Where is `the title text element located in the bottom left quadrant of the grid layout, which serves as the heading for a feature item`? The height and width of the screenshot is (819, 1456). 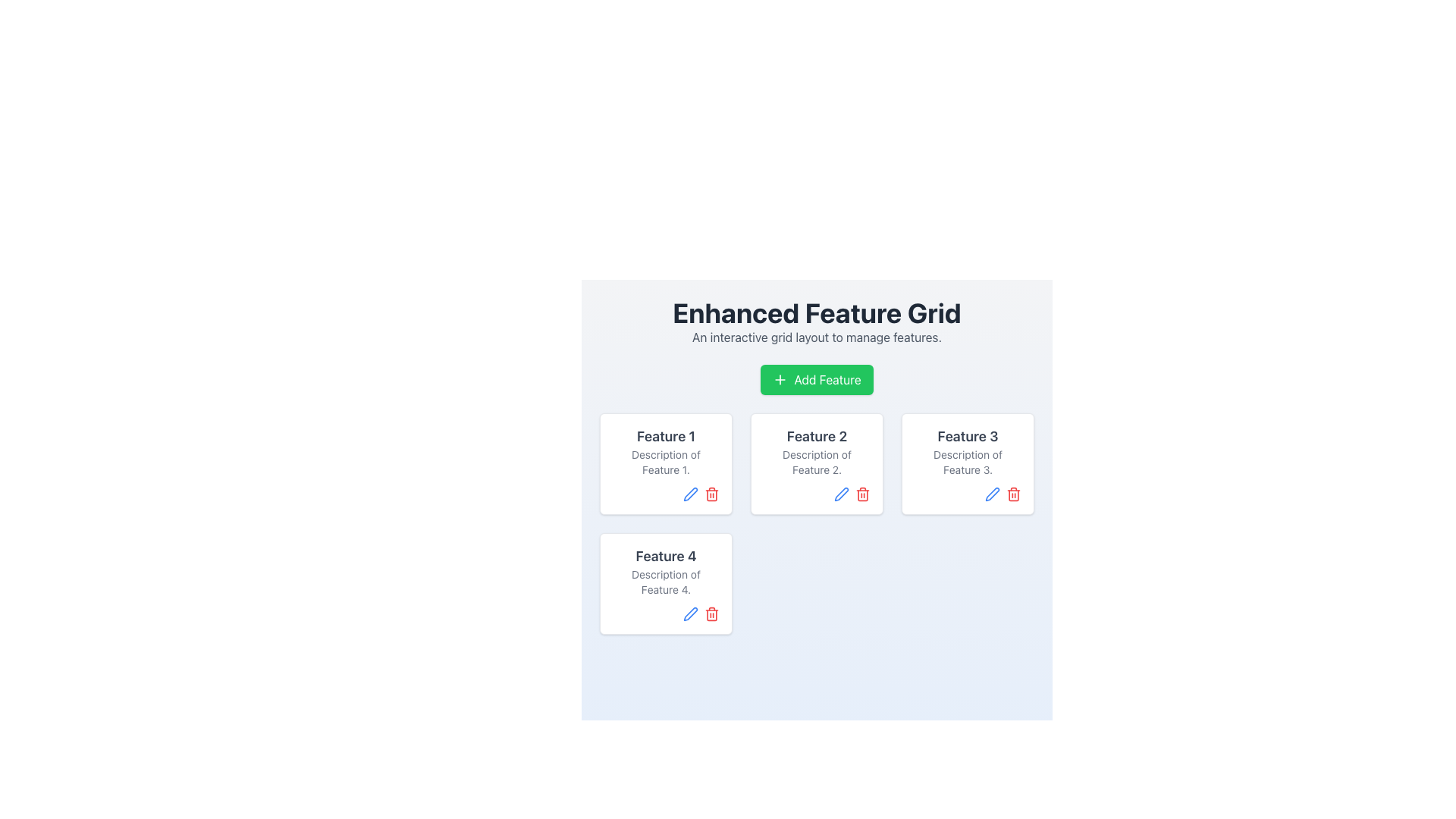 the title text element located in the bottom left quadrant of the grid layout, which serves as the heading for a feature item is located at coordinates (666, 556).